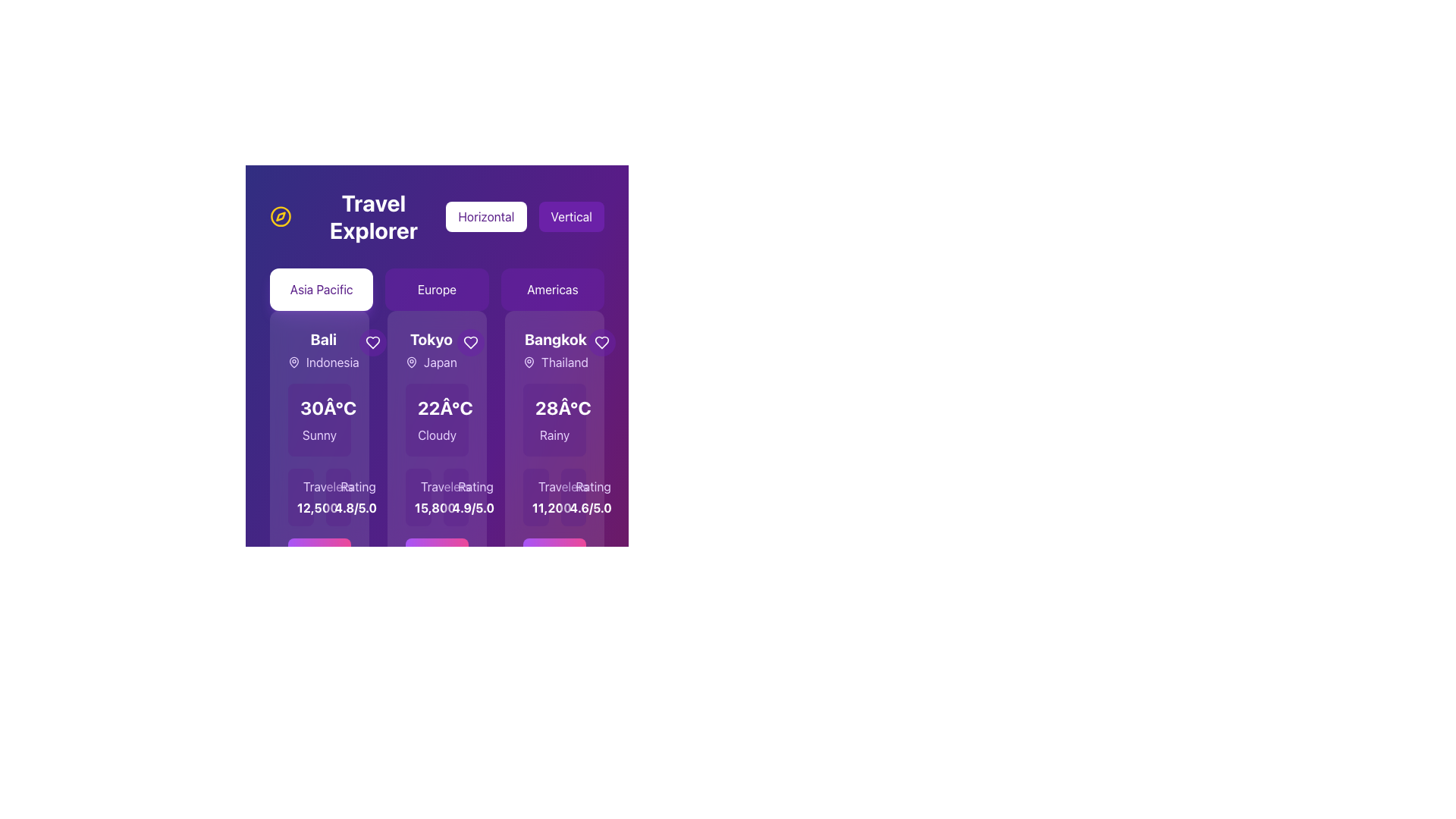 Image resolution: width=1456 pixels, height=819 pixels. Describe the element at coordinates (322, 362) in the screenshot. I see `the 'Indonesia' label with a map pin icon located in the Bali card` at that location.